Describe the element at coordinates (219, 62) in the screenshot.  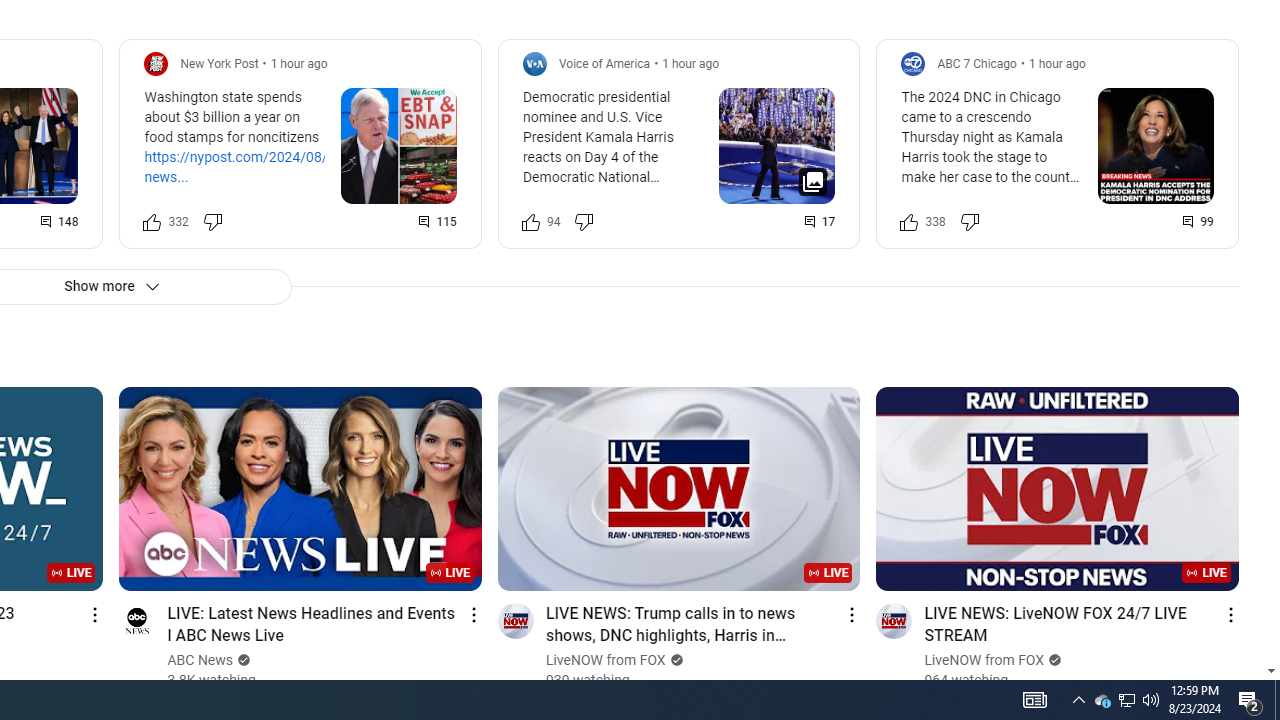
I see `'New York Post'` at that location.